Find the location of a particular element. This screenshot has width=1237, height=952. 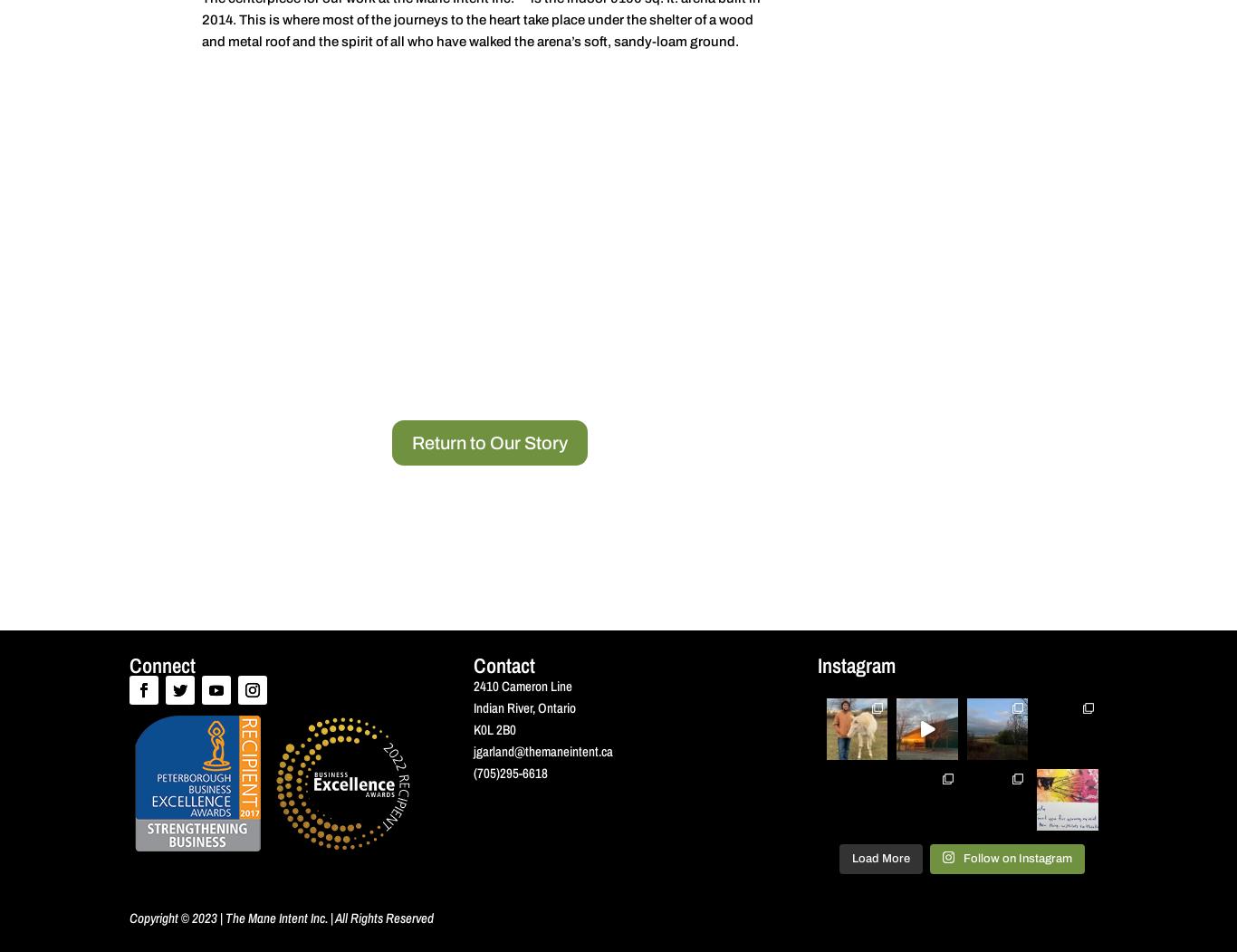

'K0L 2B0' is located at coordinates (494, 728).